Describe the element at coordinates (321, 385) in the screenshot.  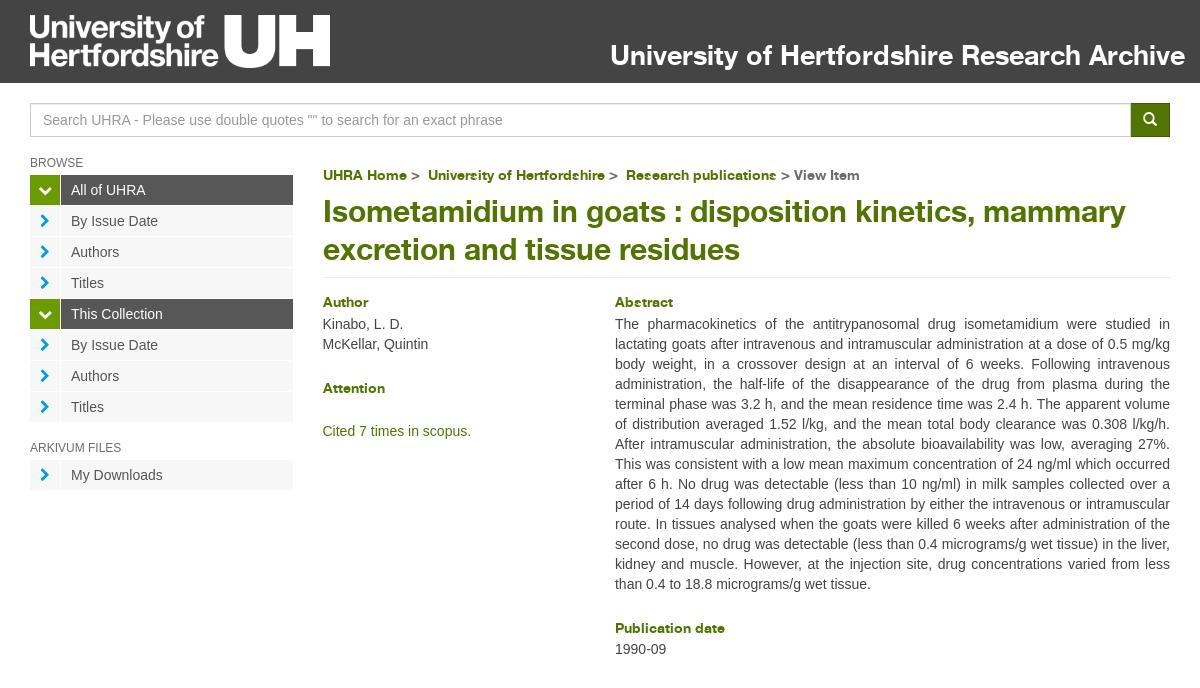
I see `'Attention'` at that location.